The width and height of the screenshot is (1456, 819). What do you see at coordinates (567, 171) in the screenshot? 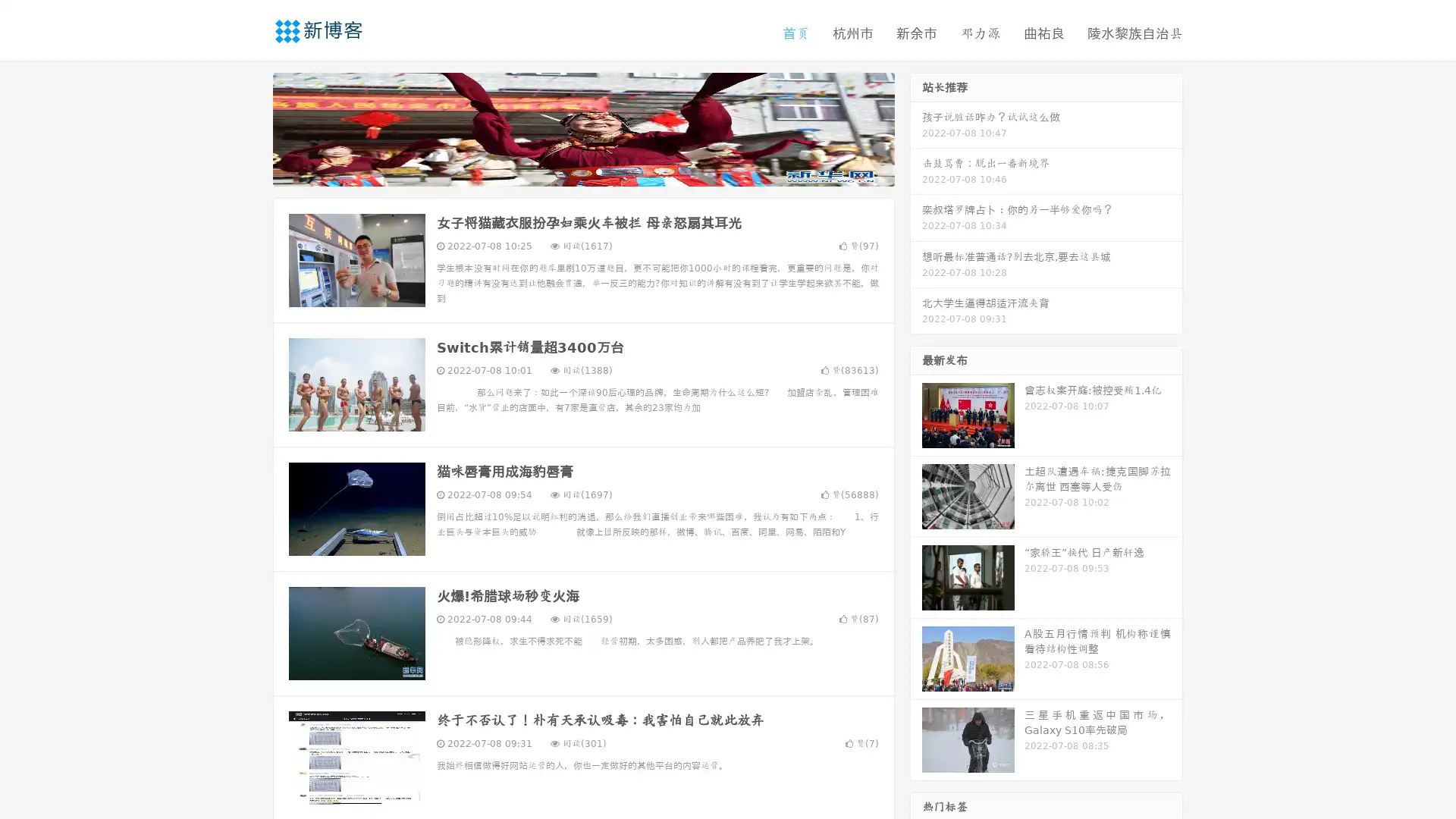
I see `Go to slide 1` at bounding box center [567, 171].